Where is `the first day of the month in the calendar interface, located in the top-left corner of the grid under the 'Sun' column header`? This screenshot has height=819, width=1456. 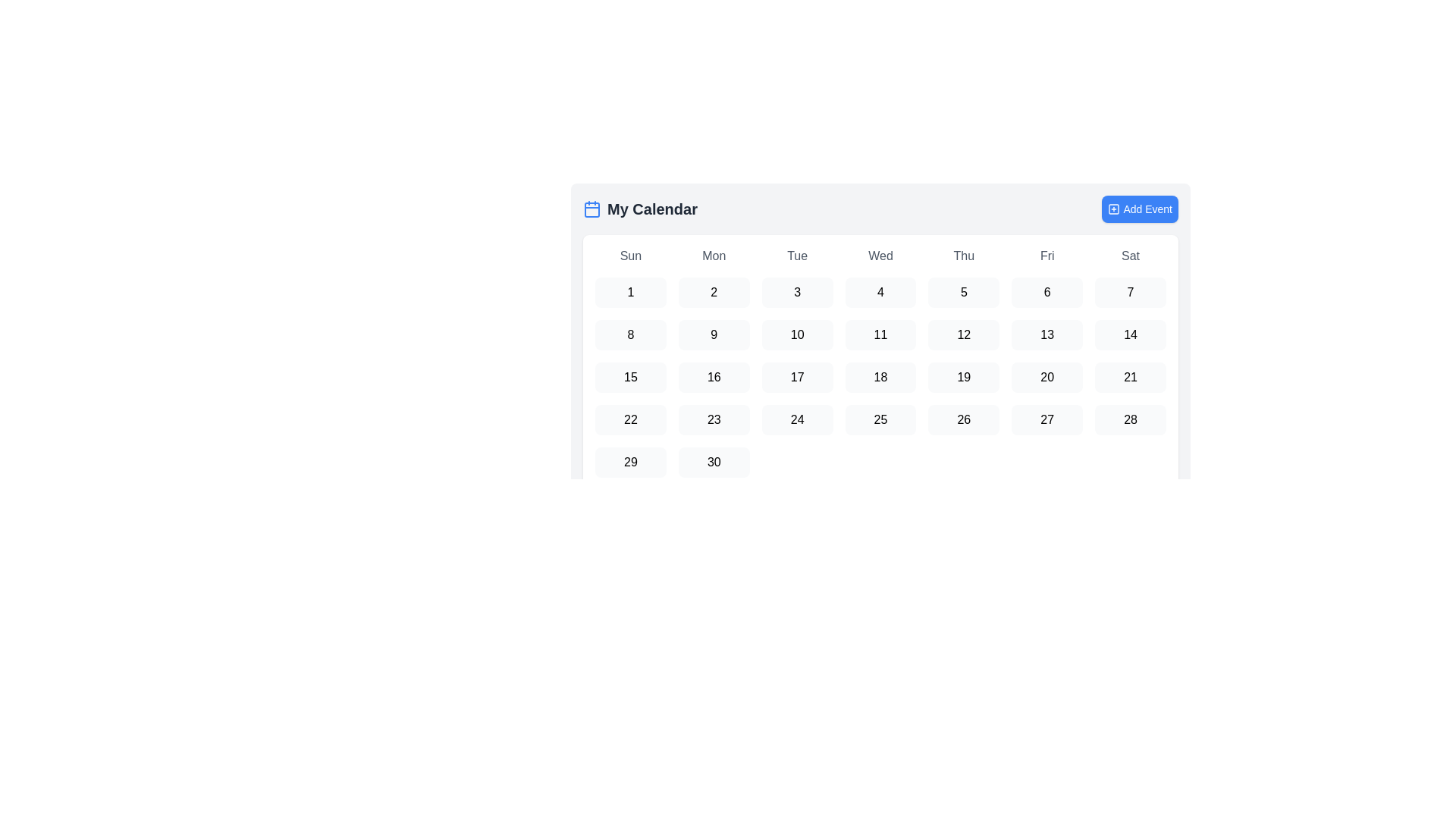 the first day of the month in the calendar interface, located in the top-left corner of the grid under the 'Sun' column header is located at coordinates (630, 292).